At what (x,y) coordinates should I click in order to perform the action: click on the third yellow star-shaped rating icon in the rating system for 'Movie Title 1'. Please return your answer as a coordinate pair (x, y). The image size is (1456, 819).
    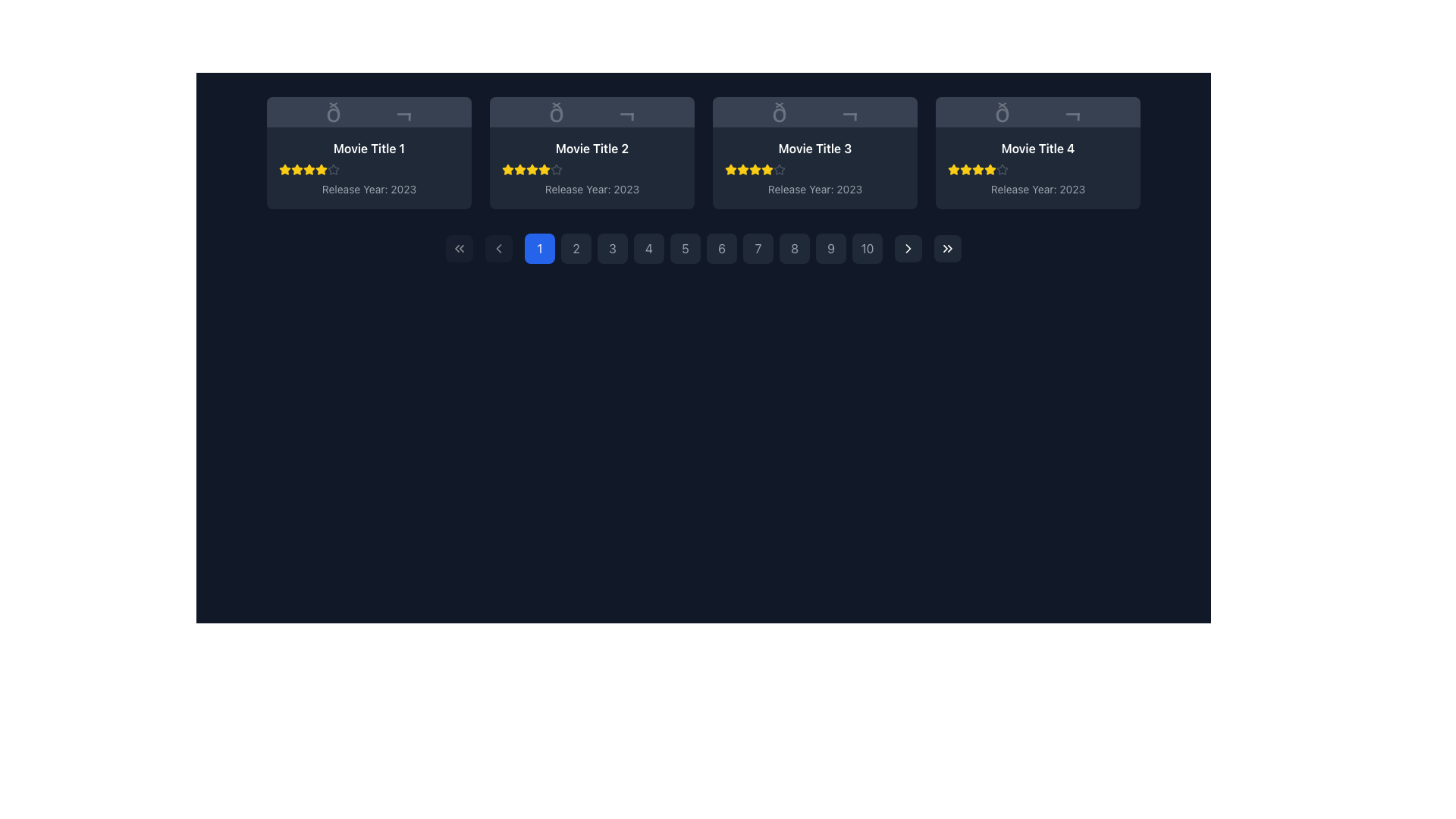
    Looking at the image, I should click on (309, 169).